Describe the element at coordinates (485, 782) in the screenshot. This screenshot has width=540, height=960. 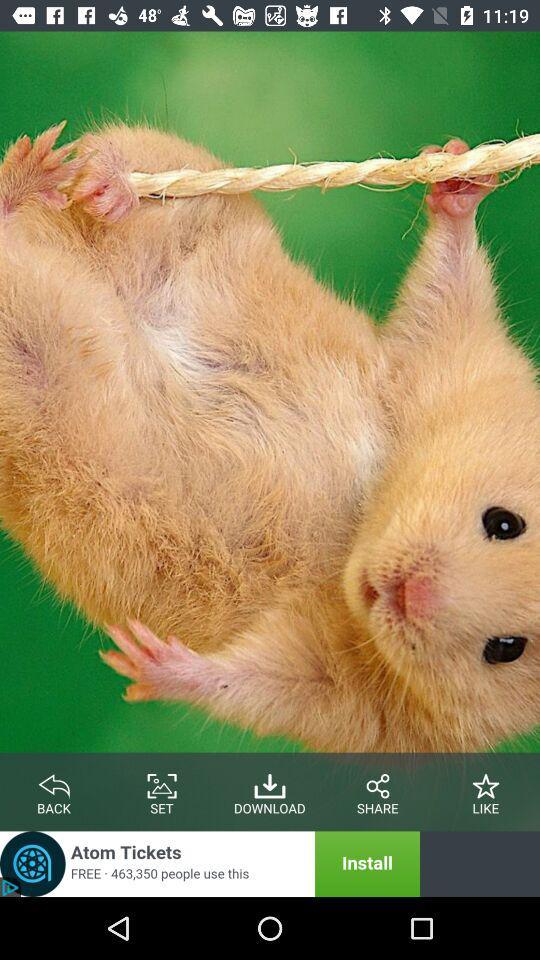
I see `like th post` at that location.